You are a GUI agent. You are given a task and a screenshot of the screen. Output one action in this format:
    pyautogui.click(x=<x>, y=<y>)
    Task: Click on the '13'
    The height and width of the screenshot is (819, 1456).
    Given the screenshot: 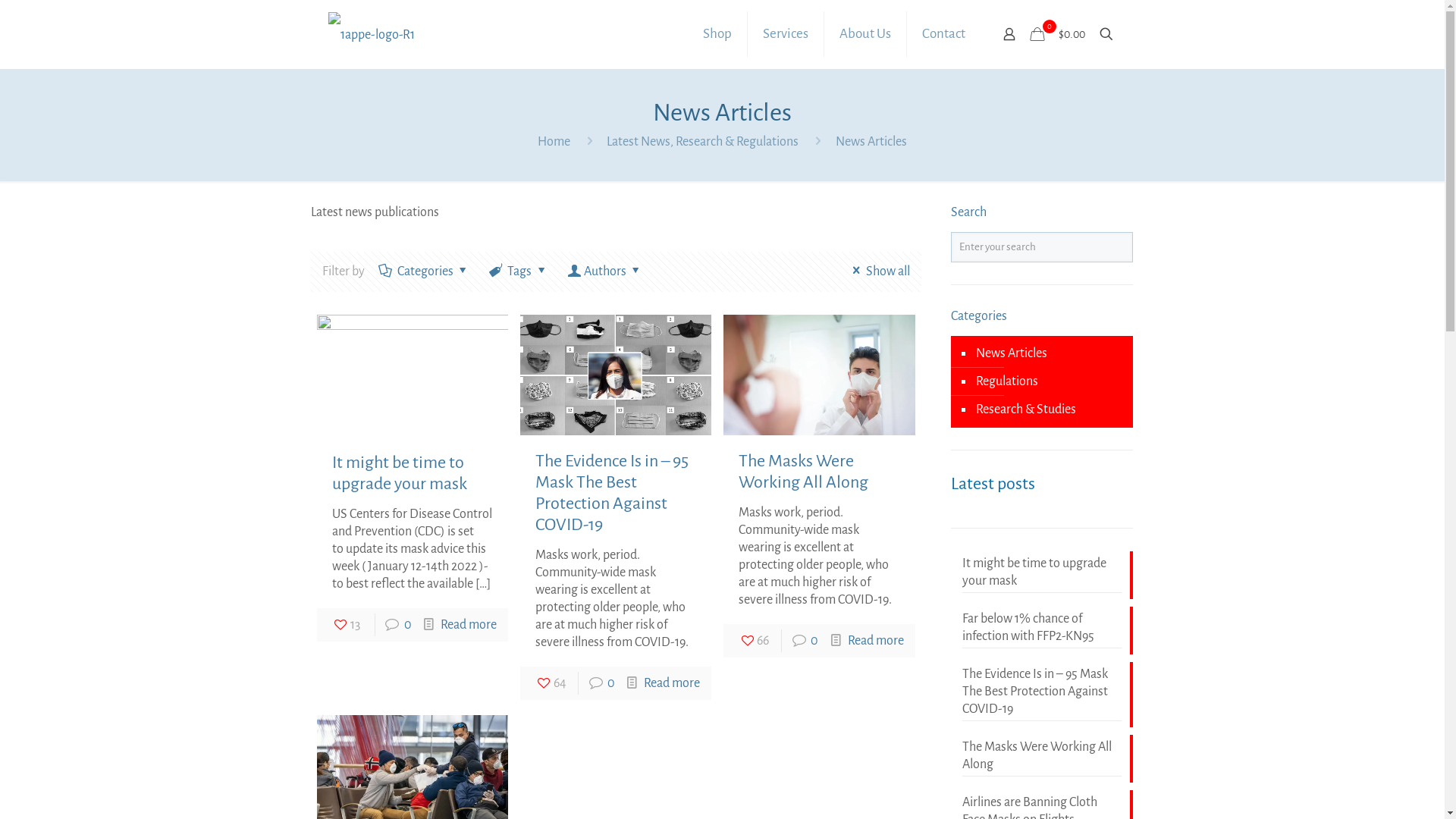 What is the action you would take?
    pyautogui.click(x=345, y=625)
    